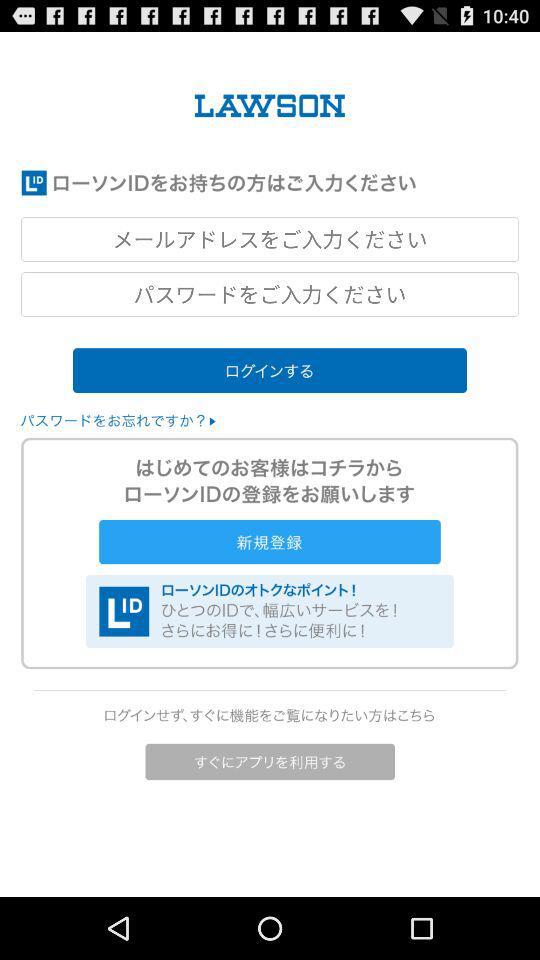 Image resolution: width=540 pixels, height=960 pixels. Describe the element at coordinates (270, 239) in the screenshot. I see `lawson log in id space` at that location.